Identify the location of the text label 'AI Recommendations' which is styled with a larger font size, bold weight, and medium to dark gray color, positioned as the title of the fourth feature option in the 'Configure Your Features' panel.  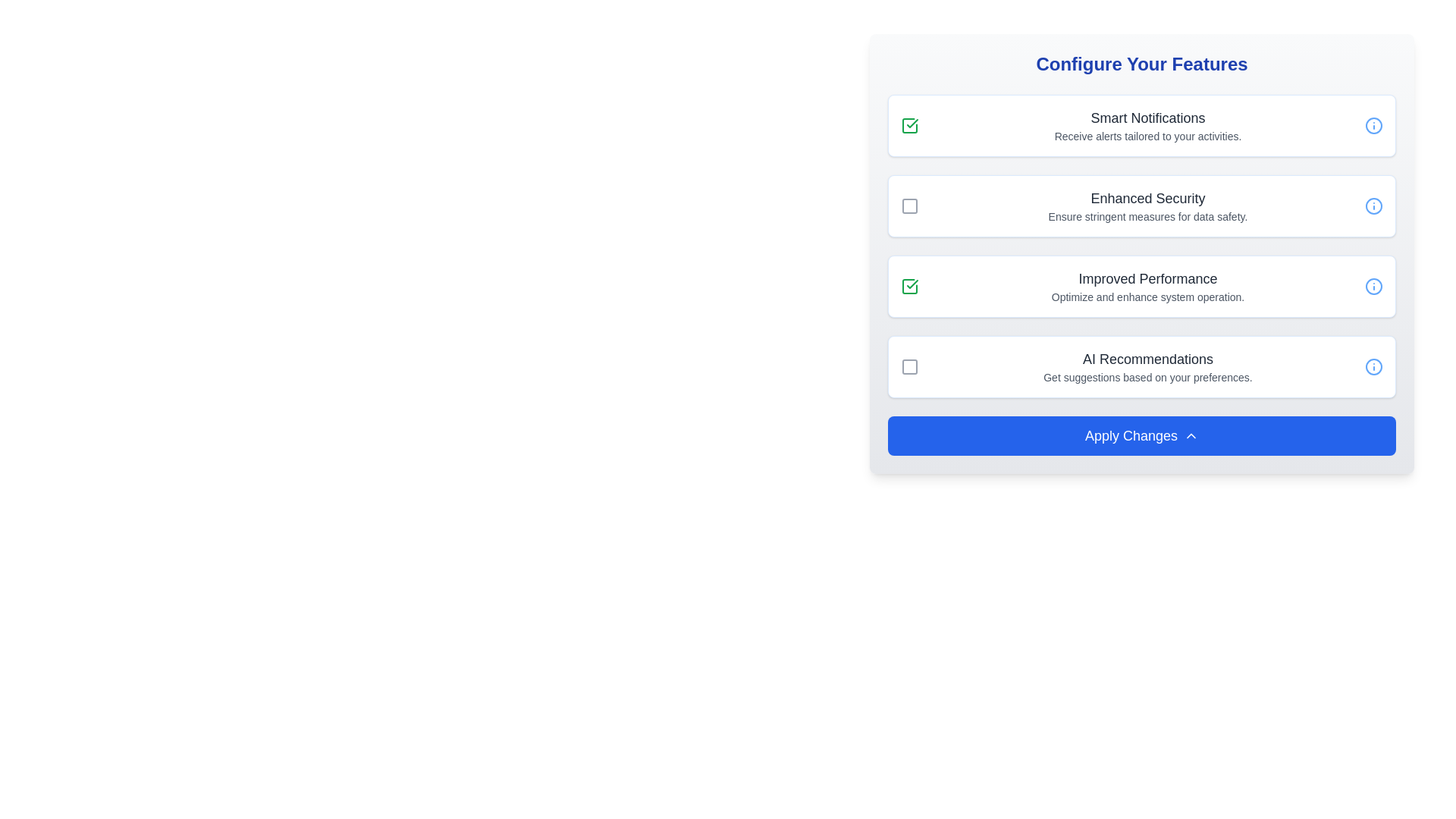
(1147, 359).